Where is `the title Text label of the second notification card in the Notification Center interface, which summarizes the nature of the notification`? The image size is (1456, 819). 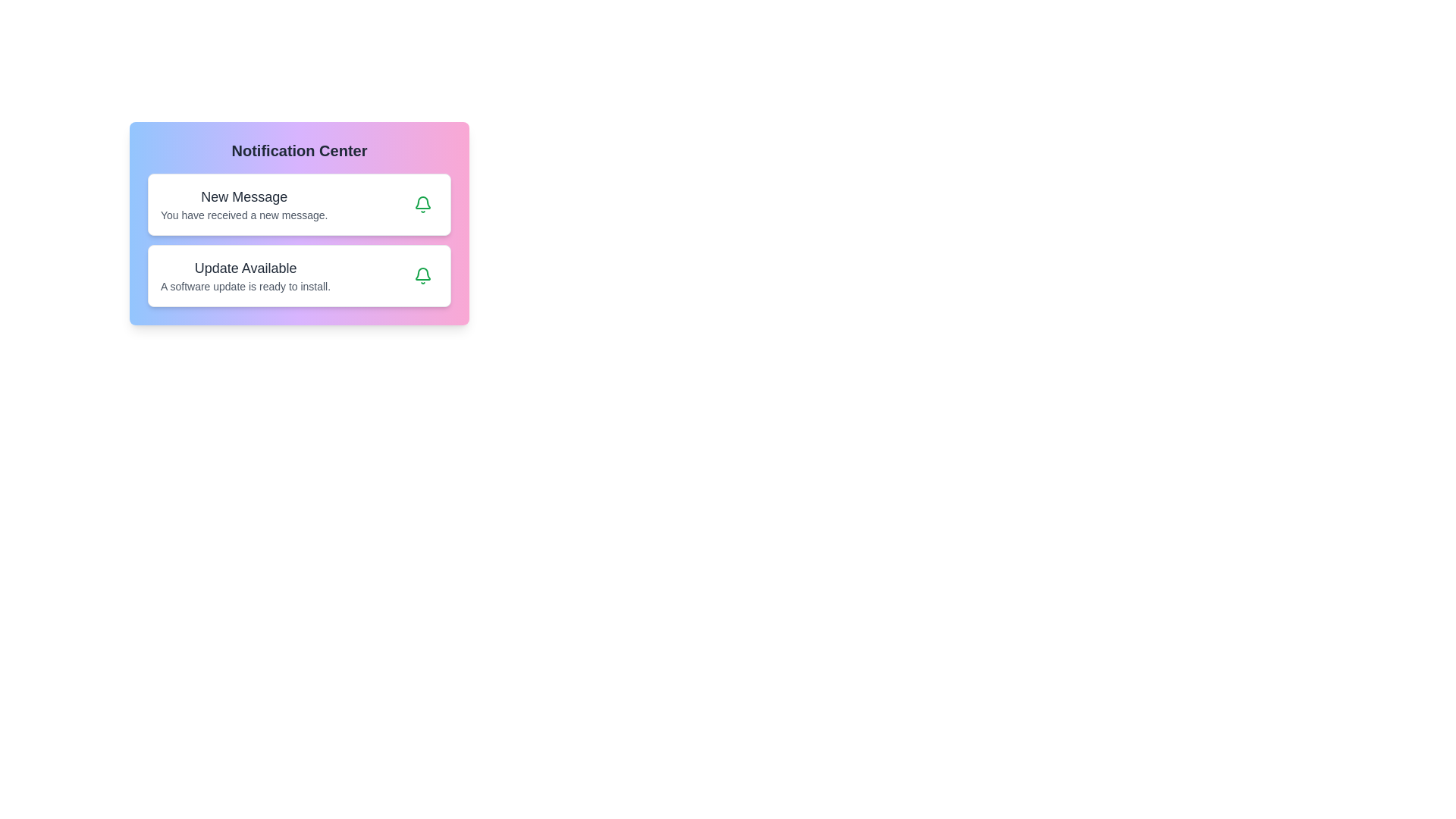 the title Text label of the second notification card in the Notification Center interface, which summarizes the nature of the notification is located at coordinates (246, 268).